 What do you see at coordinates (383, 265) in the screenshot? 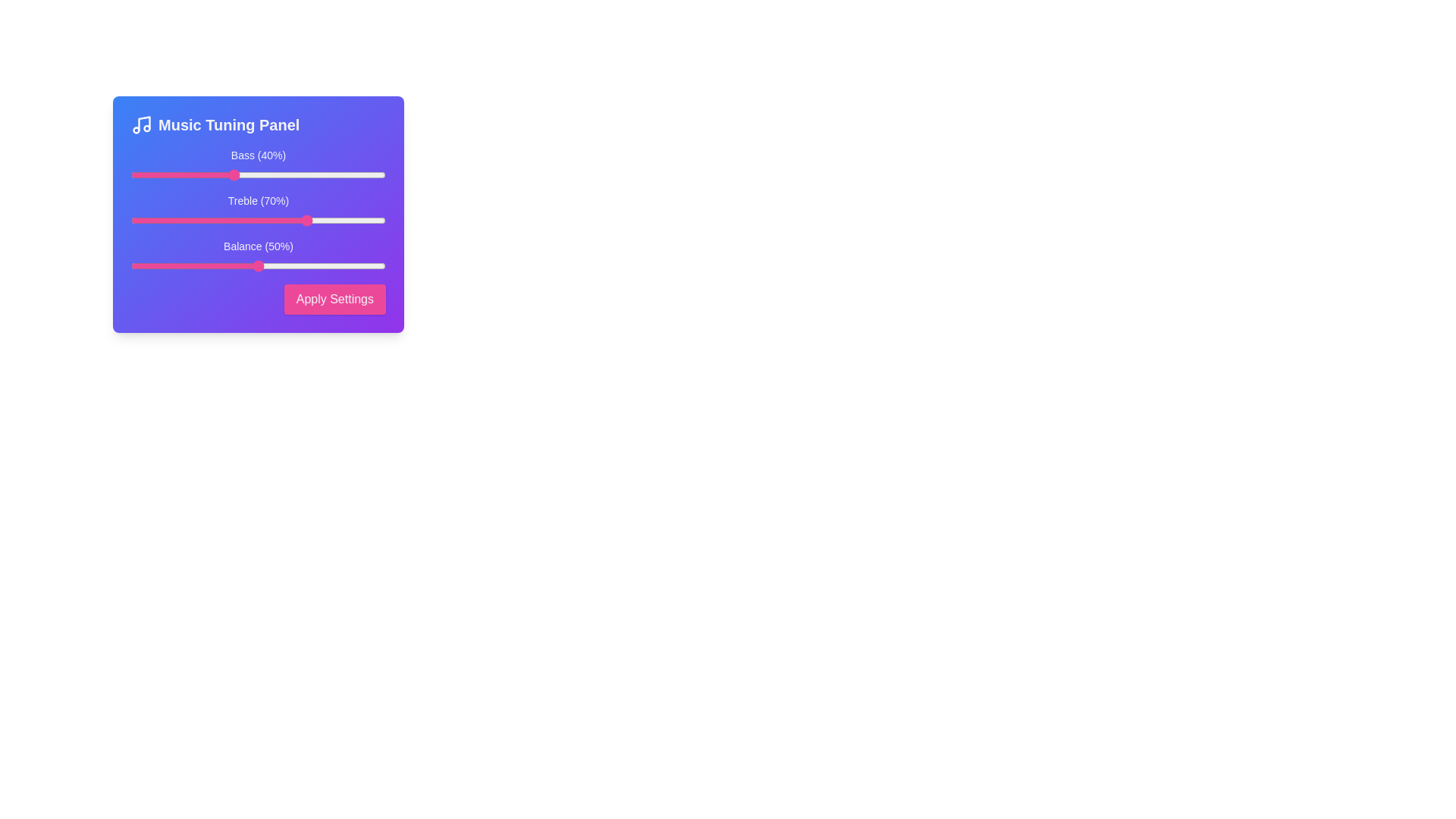
I see `the balance slider to 99%` at bounding box center [383, 265].